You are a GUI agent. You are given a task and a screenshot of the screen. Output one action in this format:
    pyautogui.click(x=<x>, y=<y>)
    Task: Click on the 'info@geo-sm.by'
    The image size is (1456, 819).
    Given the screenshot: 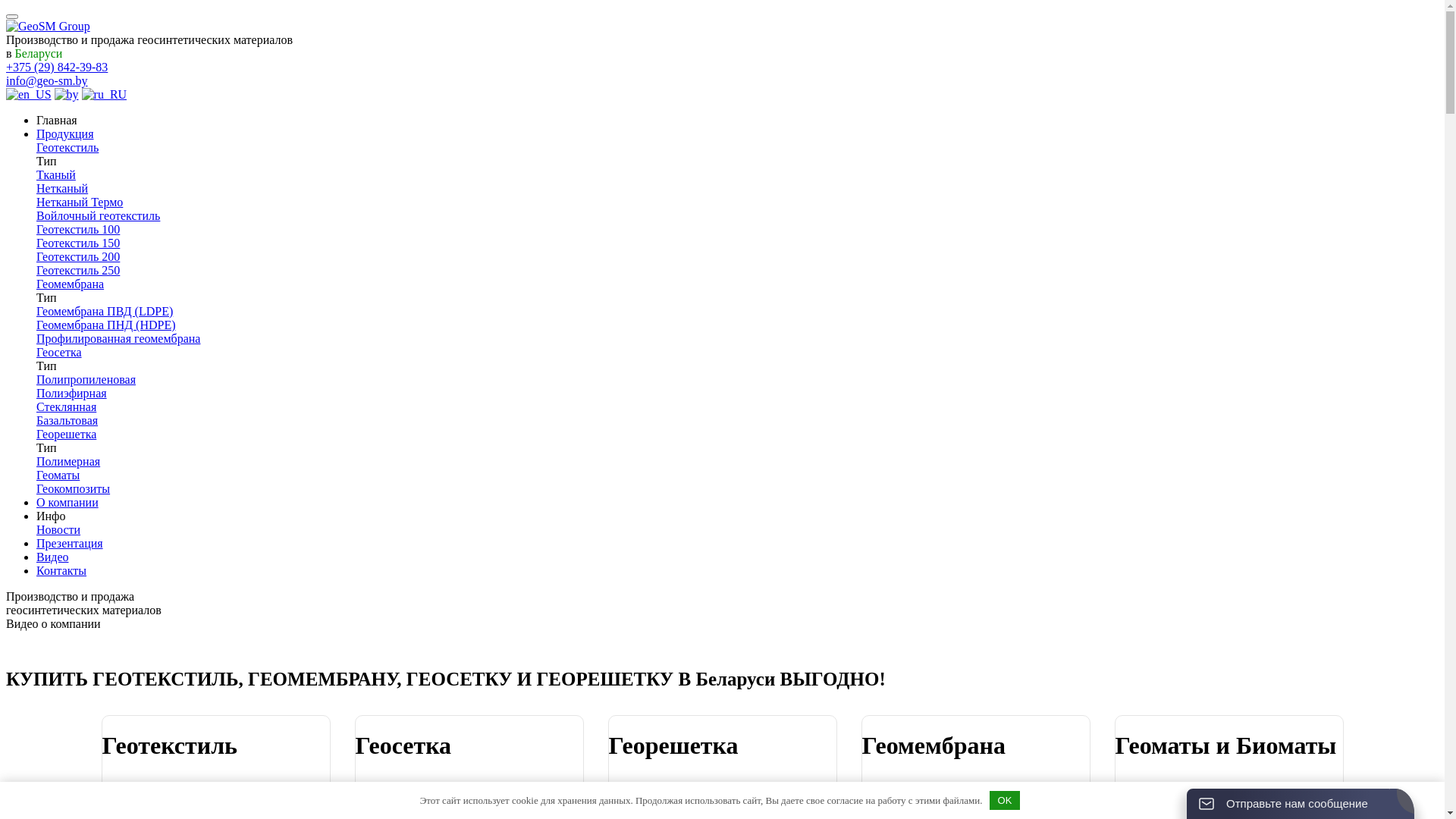 What is the action you would take?
    pyautogui.click(x=47, y=80)
    